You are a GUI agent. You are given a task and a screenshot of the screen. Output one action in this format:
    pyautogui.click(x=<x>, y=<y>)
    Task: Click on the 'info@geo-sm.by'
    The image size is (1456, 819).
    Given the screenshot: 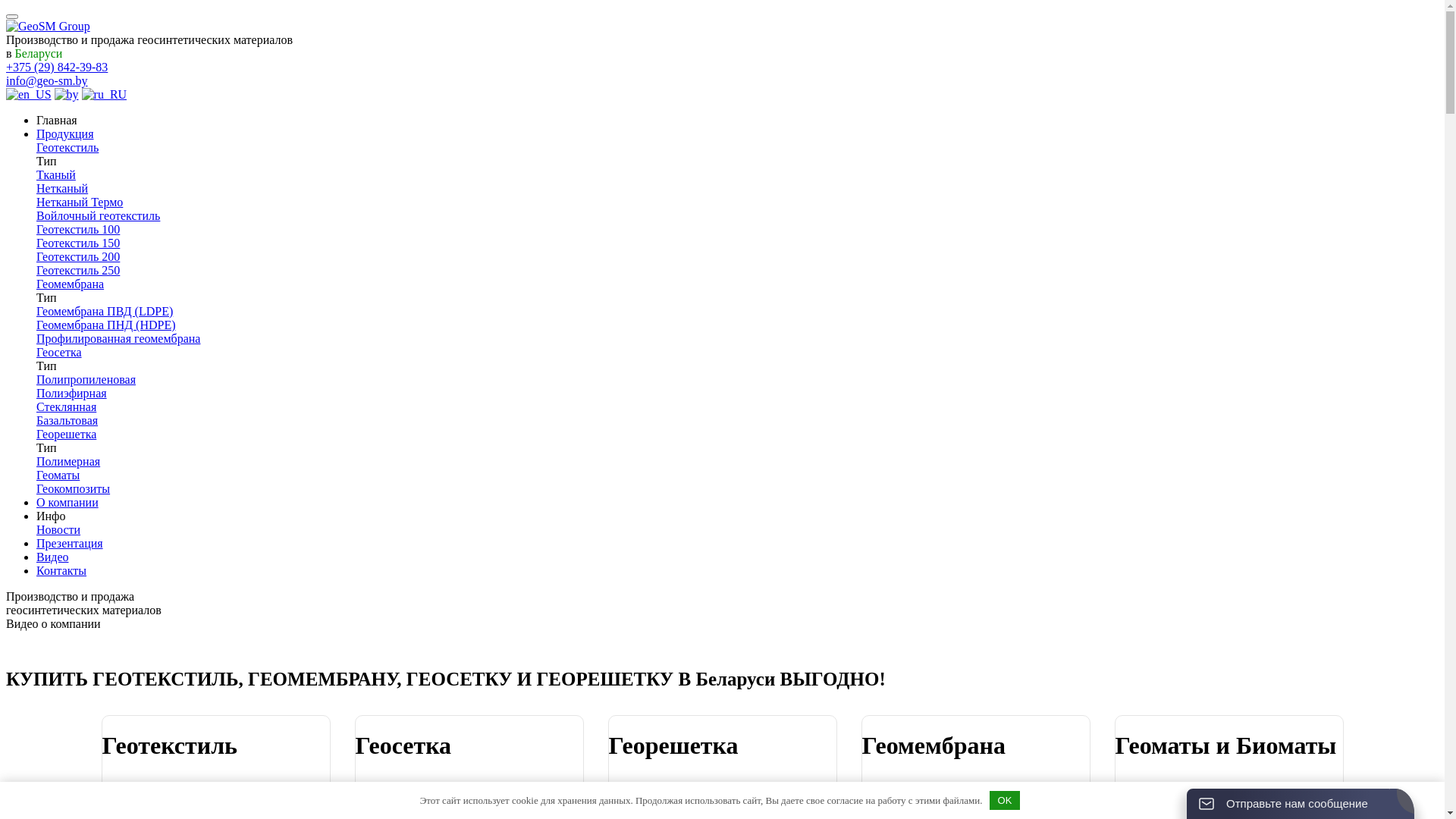 What is the action you would take?
    pyautogui.click(x=47, y=80)
    